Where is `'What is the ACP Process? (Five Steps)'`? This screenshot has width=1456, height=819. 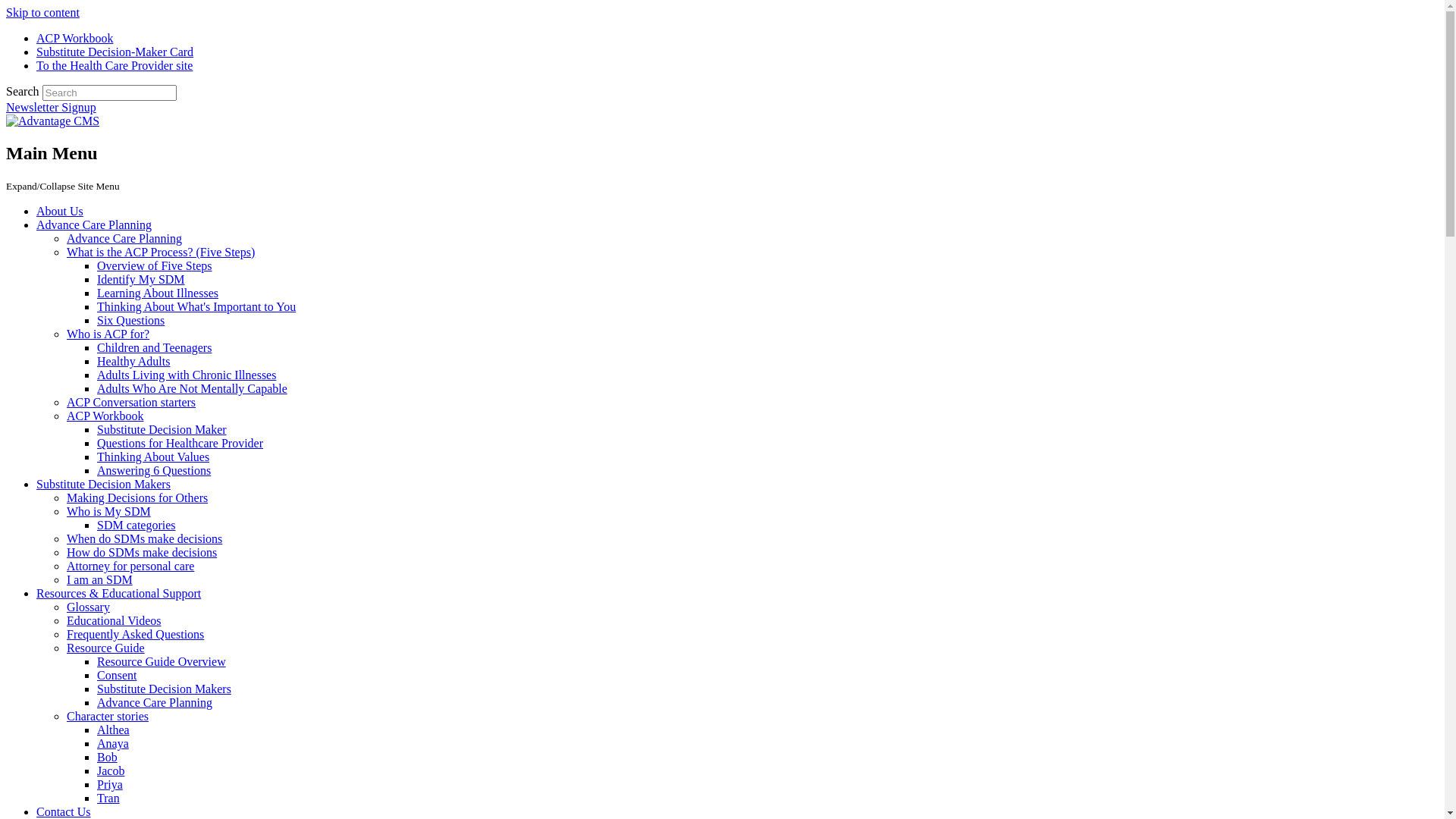 'What is the ACP Process? (Five Steps)' is located at coordinates (160, 251).